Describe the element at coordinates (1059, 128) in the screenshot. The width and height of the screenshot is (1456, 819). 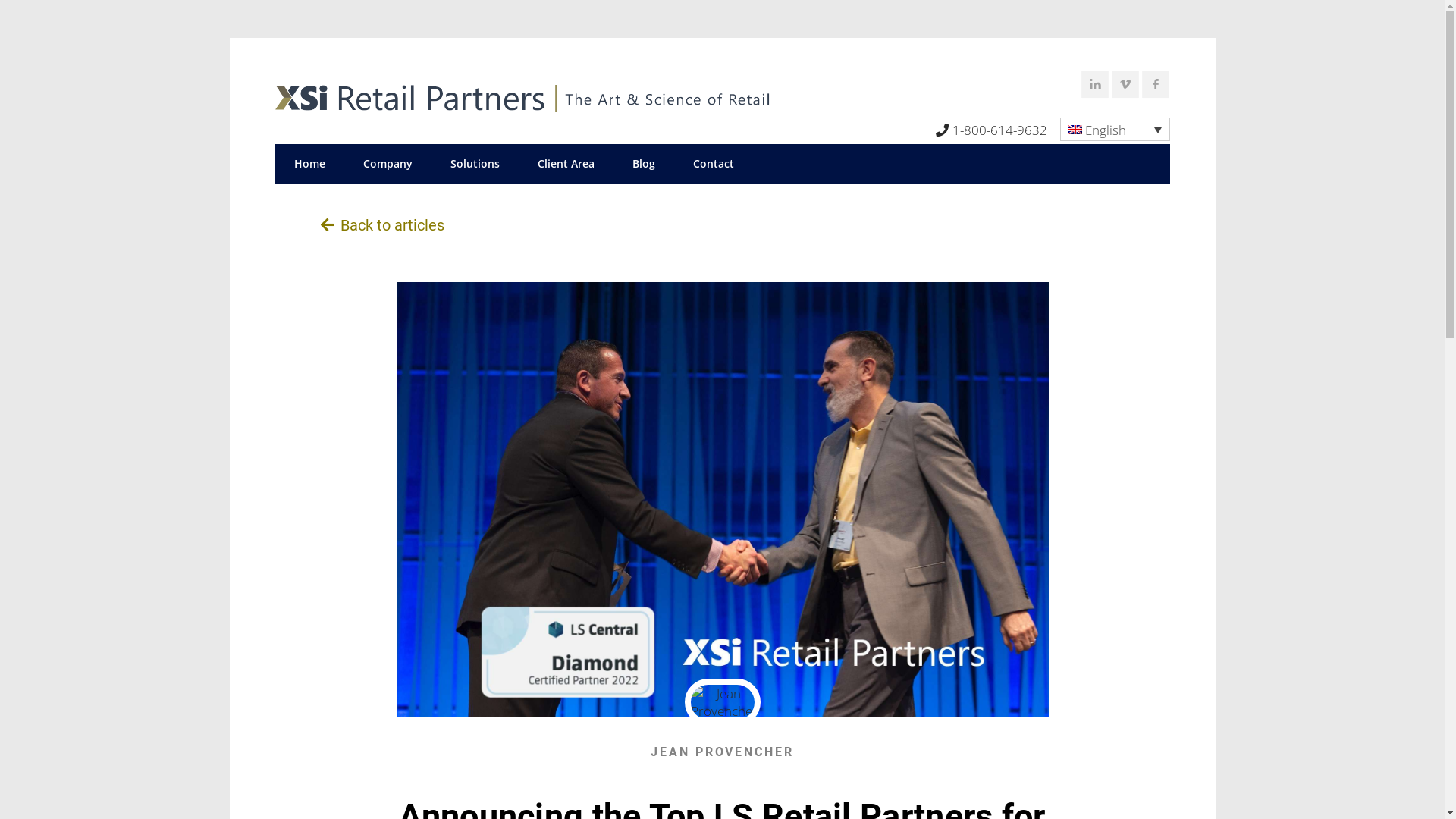
I see `'English'` at that location.